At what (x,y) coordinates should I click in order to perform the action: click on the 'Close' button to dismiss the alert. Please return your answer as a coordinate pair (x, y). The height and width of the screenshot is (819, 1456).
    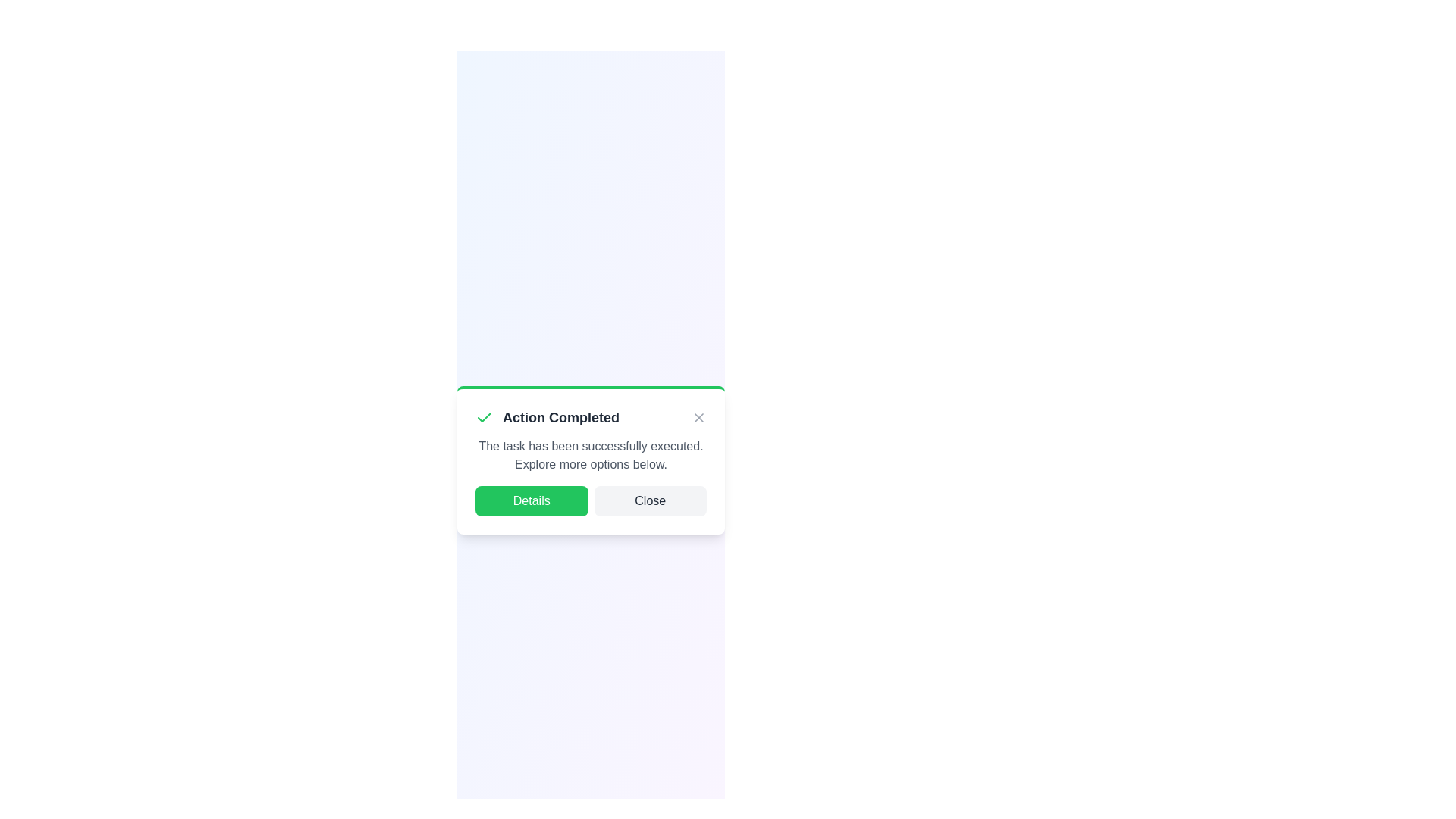
    Looking at the image, I should click on (650, 500).